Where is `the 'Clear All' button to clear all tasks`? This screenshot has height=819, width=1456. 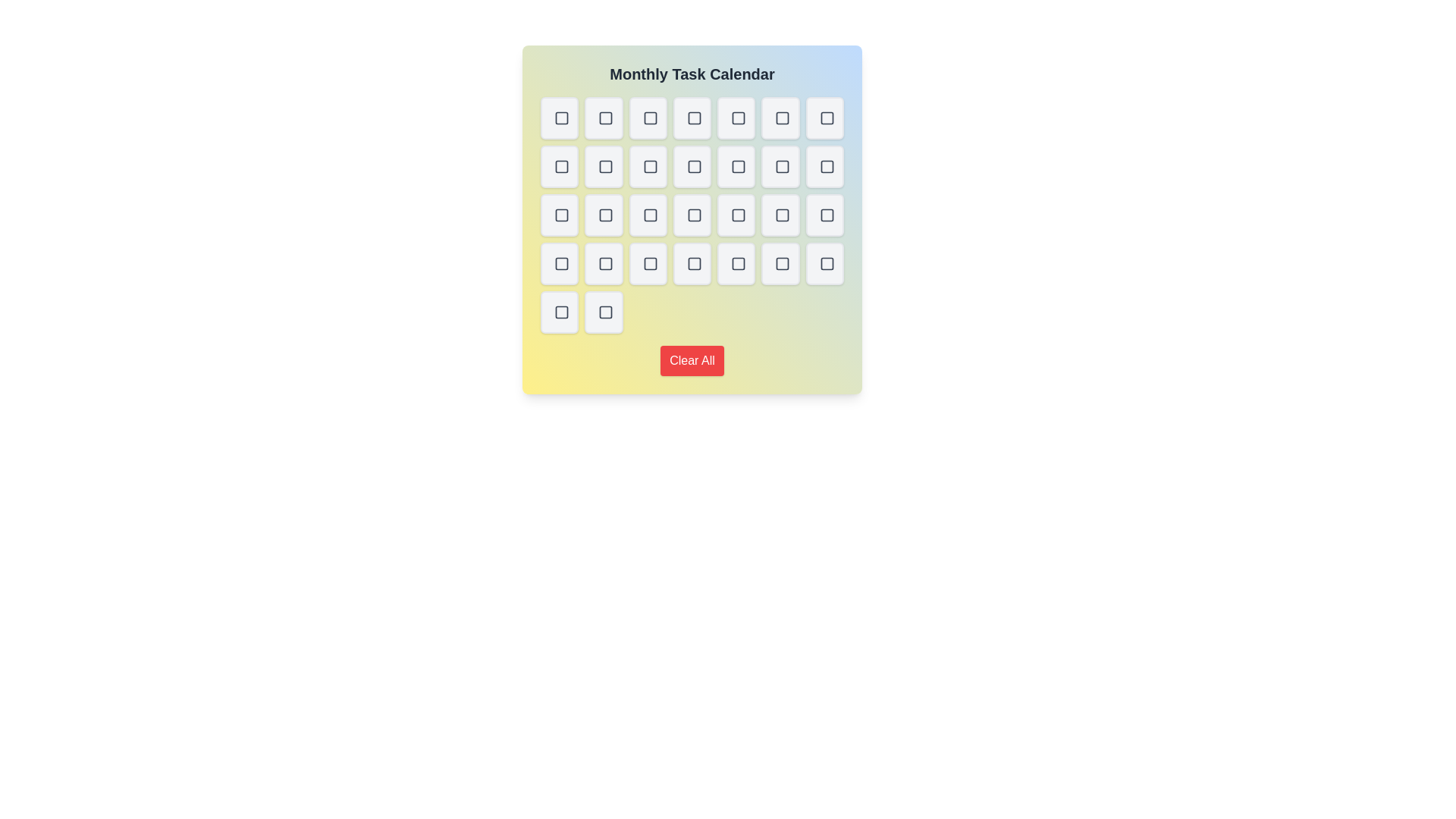
the 'Clear All' button to clear all tasks is located at coordinates (691, 360).